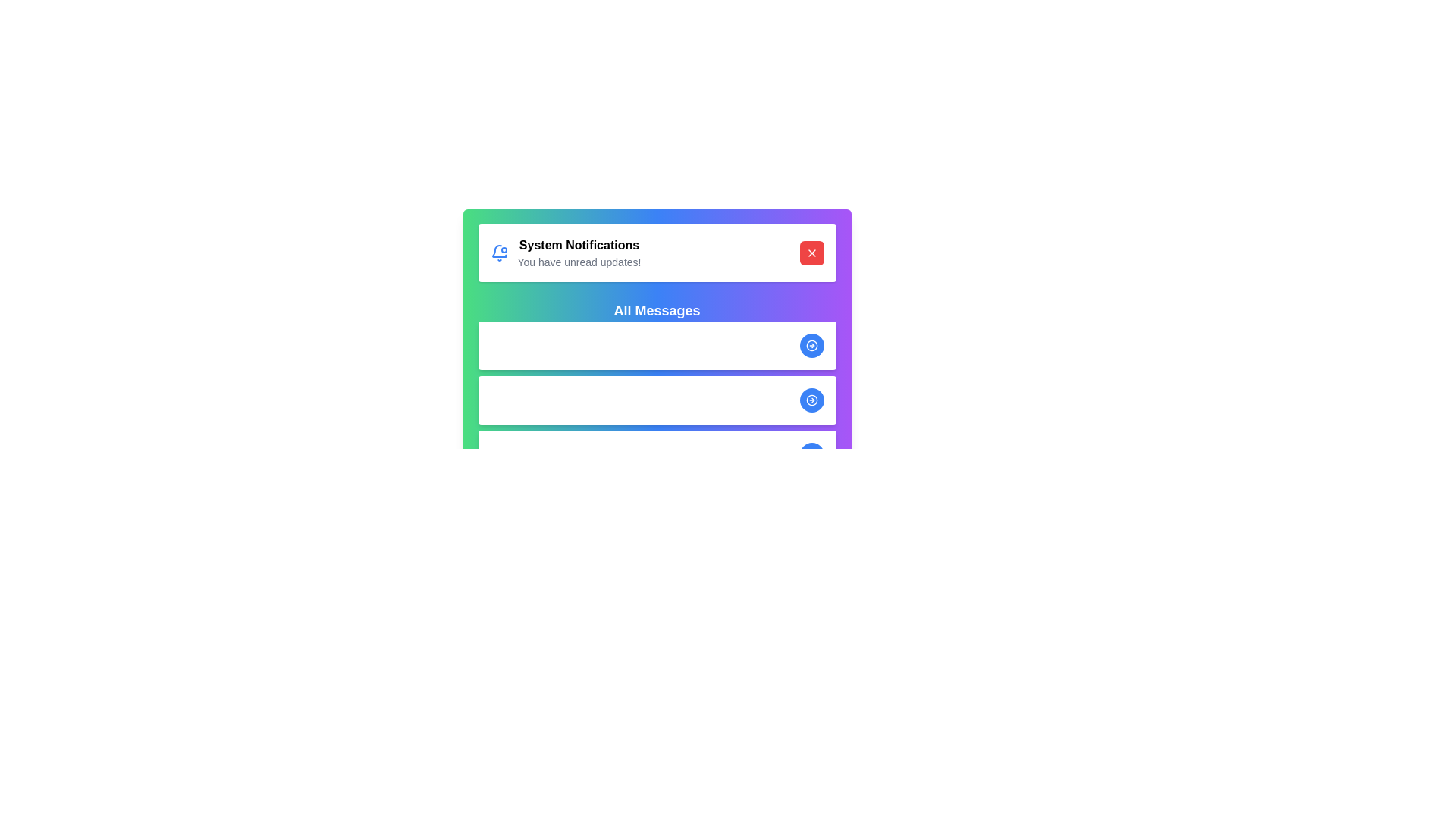 The width and height of the screenshot is (1456, 819). Describe the element at coordinates (811, 345) in the screenshot. I see `the action button for the message titled 'Update feature deployed'` at that location.